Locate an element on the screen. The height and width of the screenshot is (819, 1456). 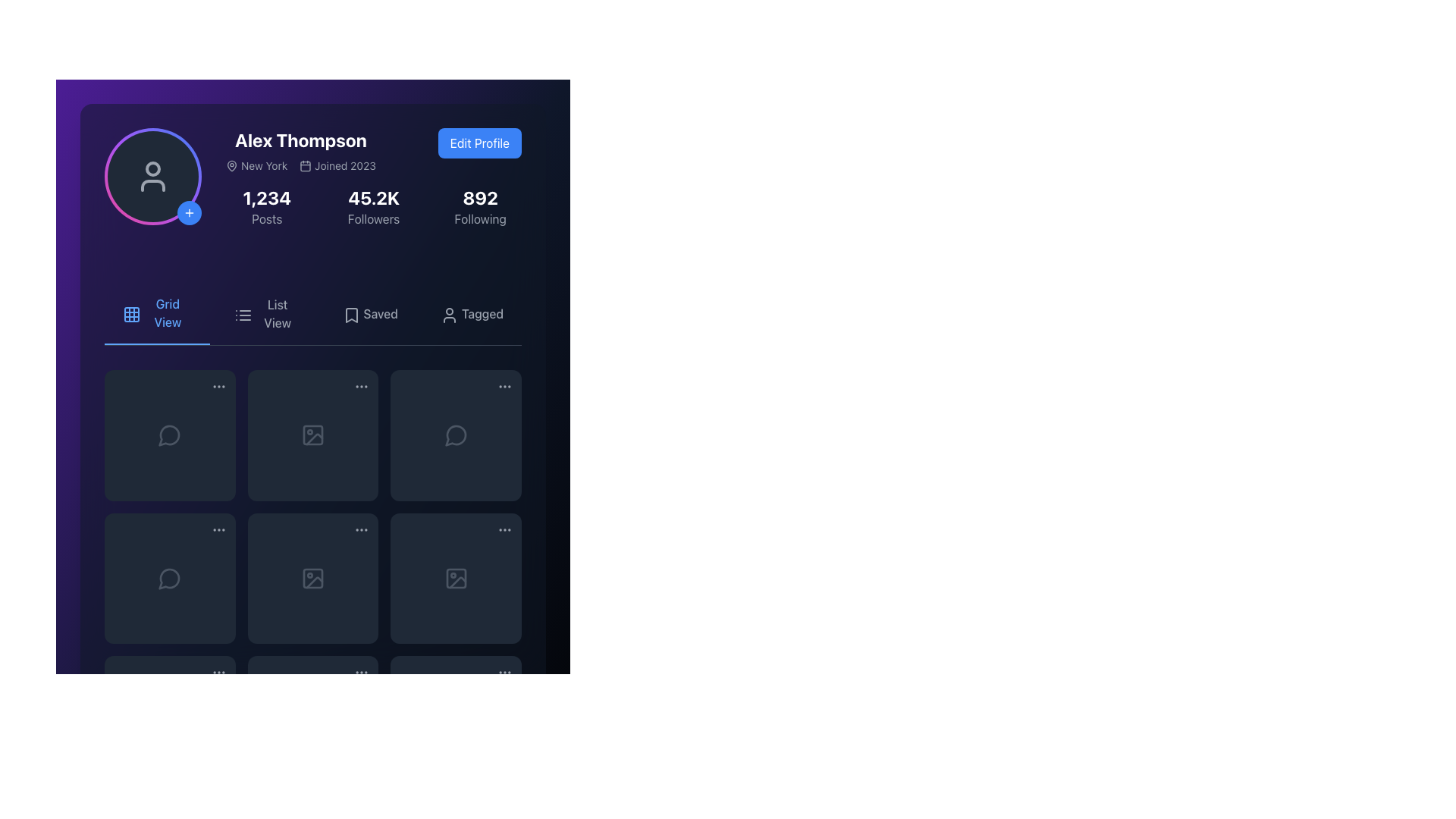
the map pin icon, which is a teardrop-shaped icon with a hollow interior, located to the left of the text 'New York' in the header section is located at coordinates (231, 165).